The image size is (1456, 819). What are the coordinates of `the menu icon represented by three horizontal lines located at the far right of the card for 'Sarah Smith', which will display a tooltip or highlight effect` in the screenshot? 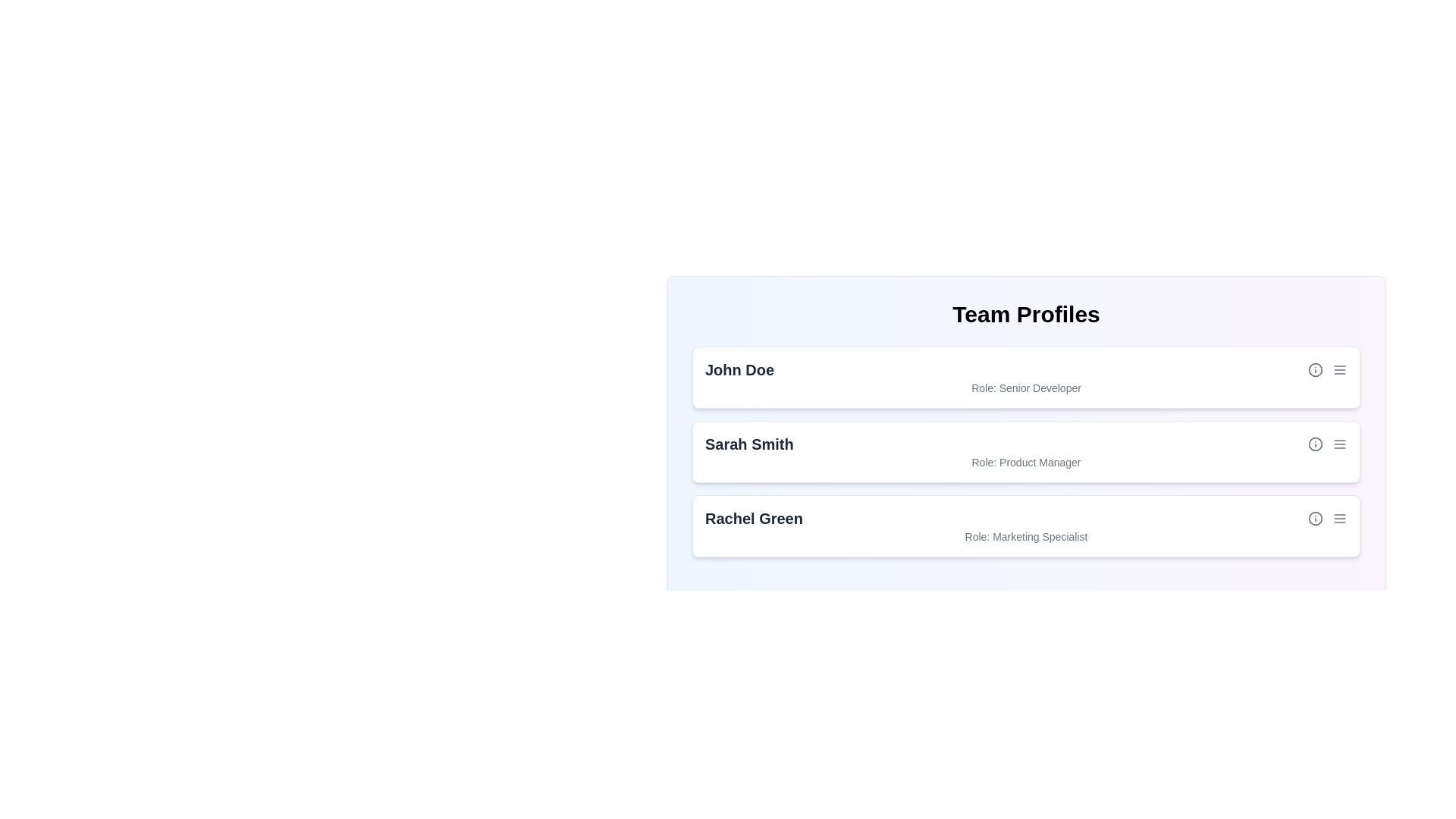 It's located at (1339, 444).